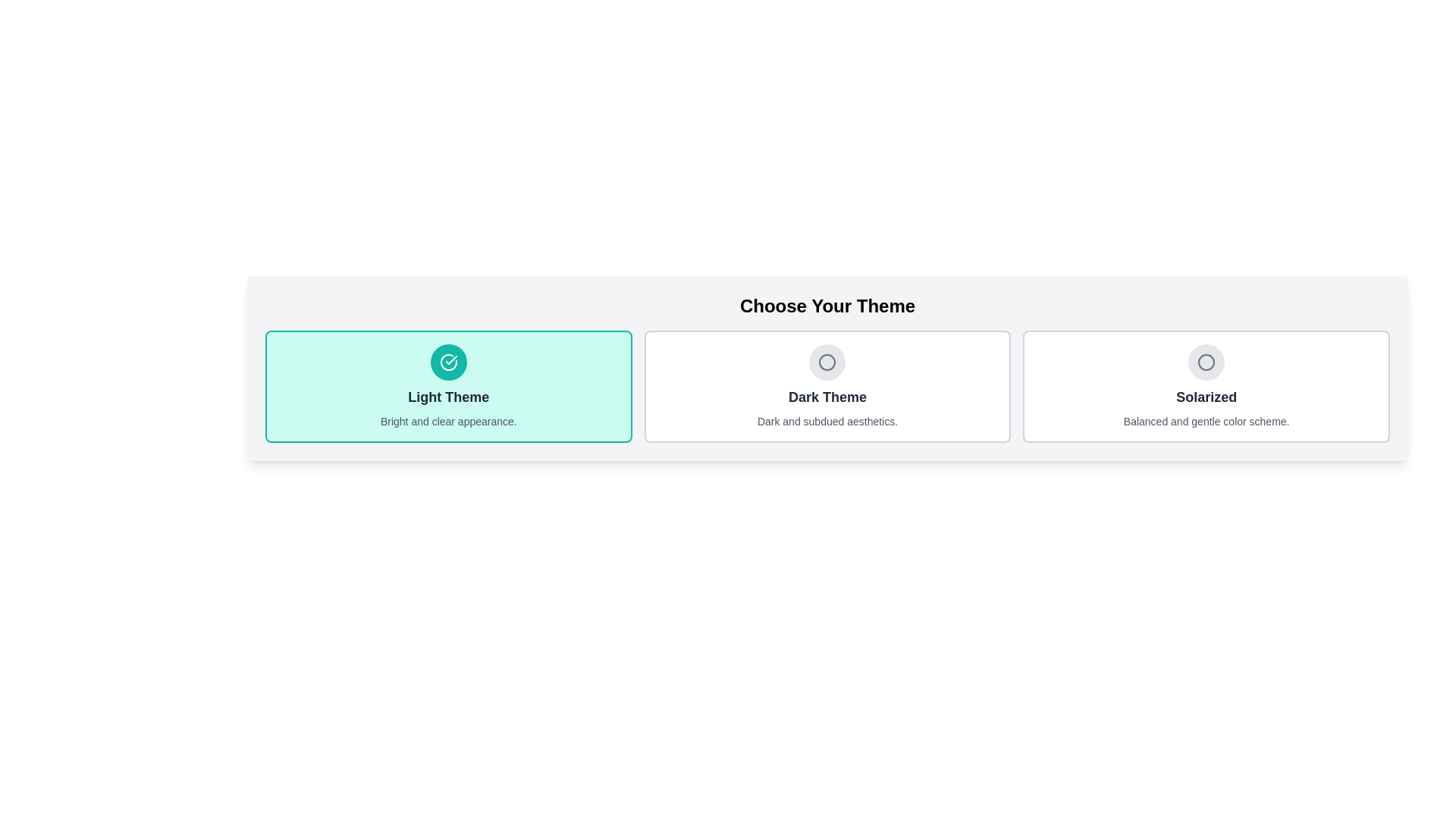 This screenshot has height=819, width=1456. I want to click on the circular icon with a gray outline located in the third position under the 'Choose Your Theme' heading, which is part of the 'Solarized' theme option, so click(1206, 362).